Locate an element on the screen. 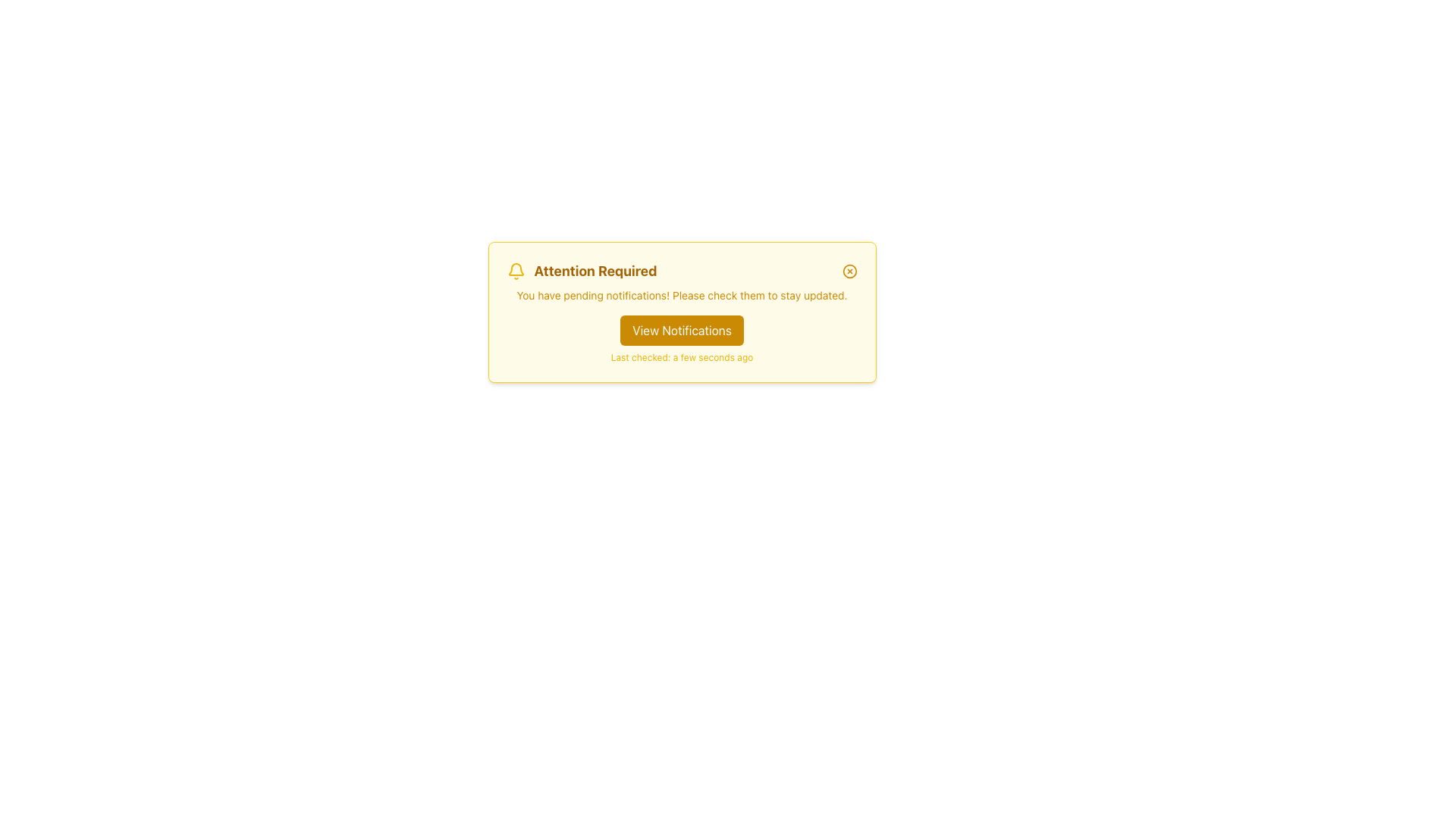  the non-interactive text label displaying 'Last checked: a few seconds ago' at the bottom of the 'Attention Required' notification box is located at coordinates (681, 357).